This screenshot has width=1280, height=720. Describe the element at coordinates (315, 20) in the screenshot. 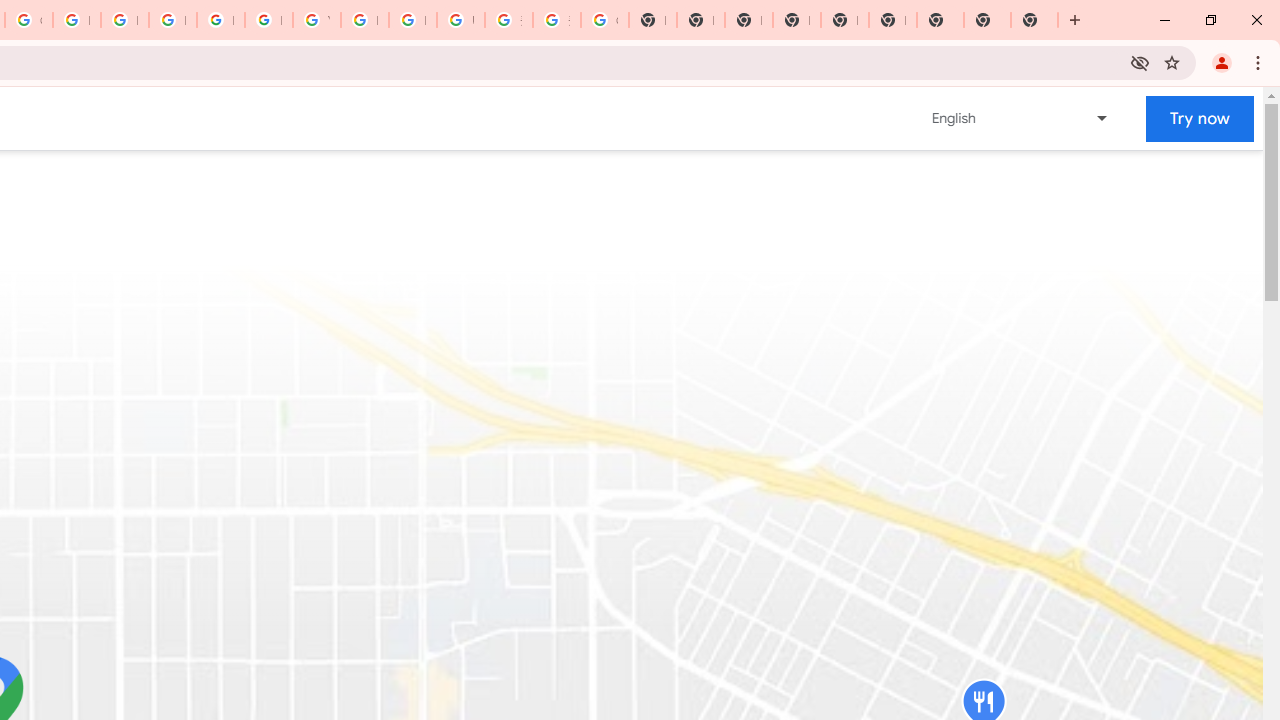

I see `'YouTube'` at that location.